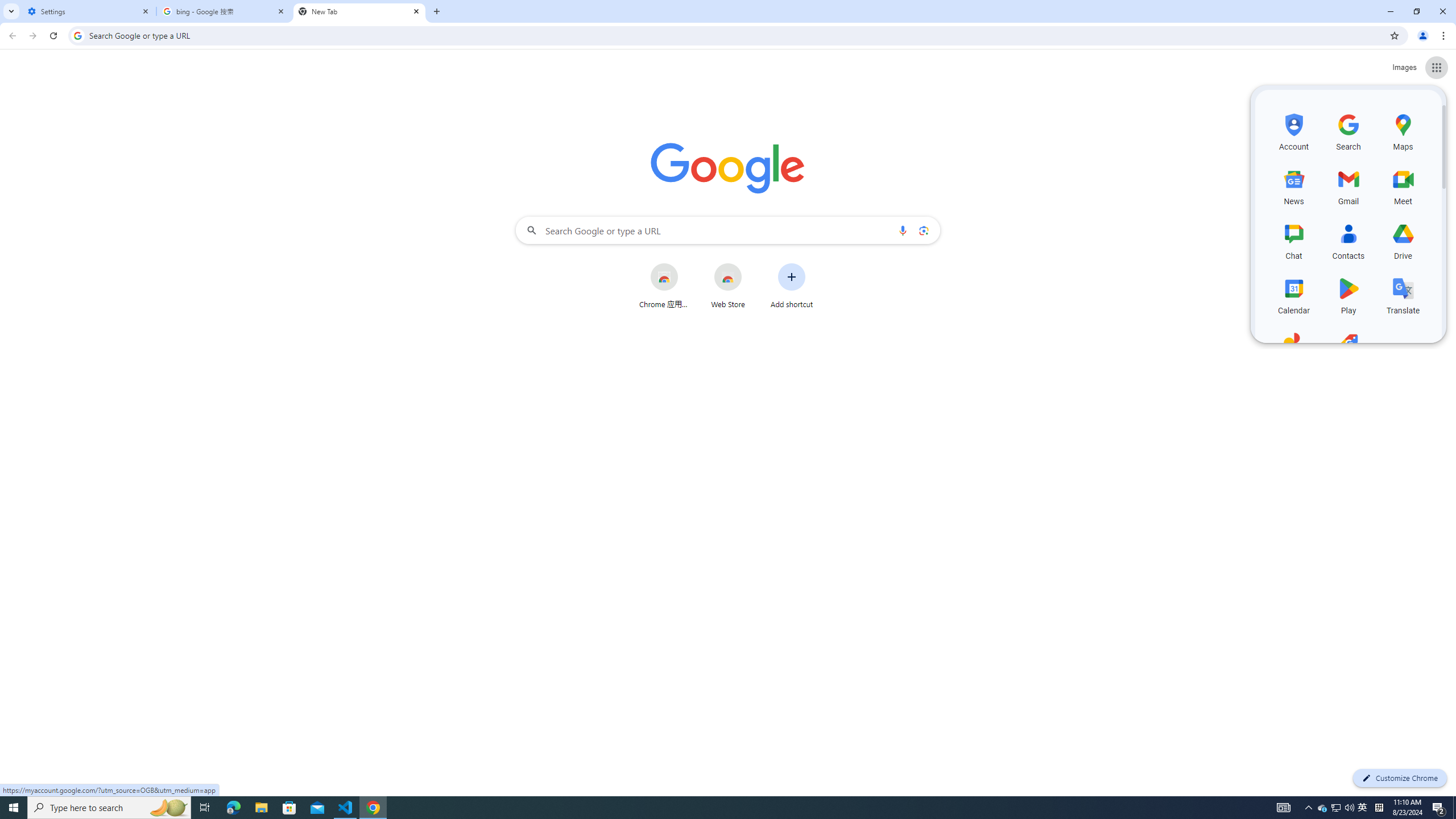 The width and height of the screenshot is (1456, 819). What do you see at coordinates (902, 230) in the screenshot?
I see `'Search by voice'` at bounding box center [902, 230].